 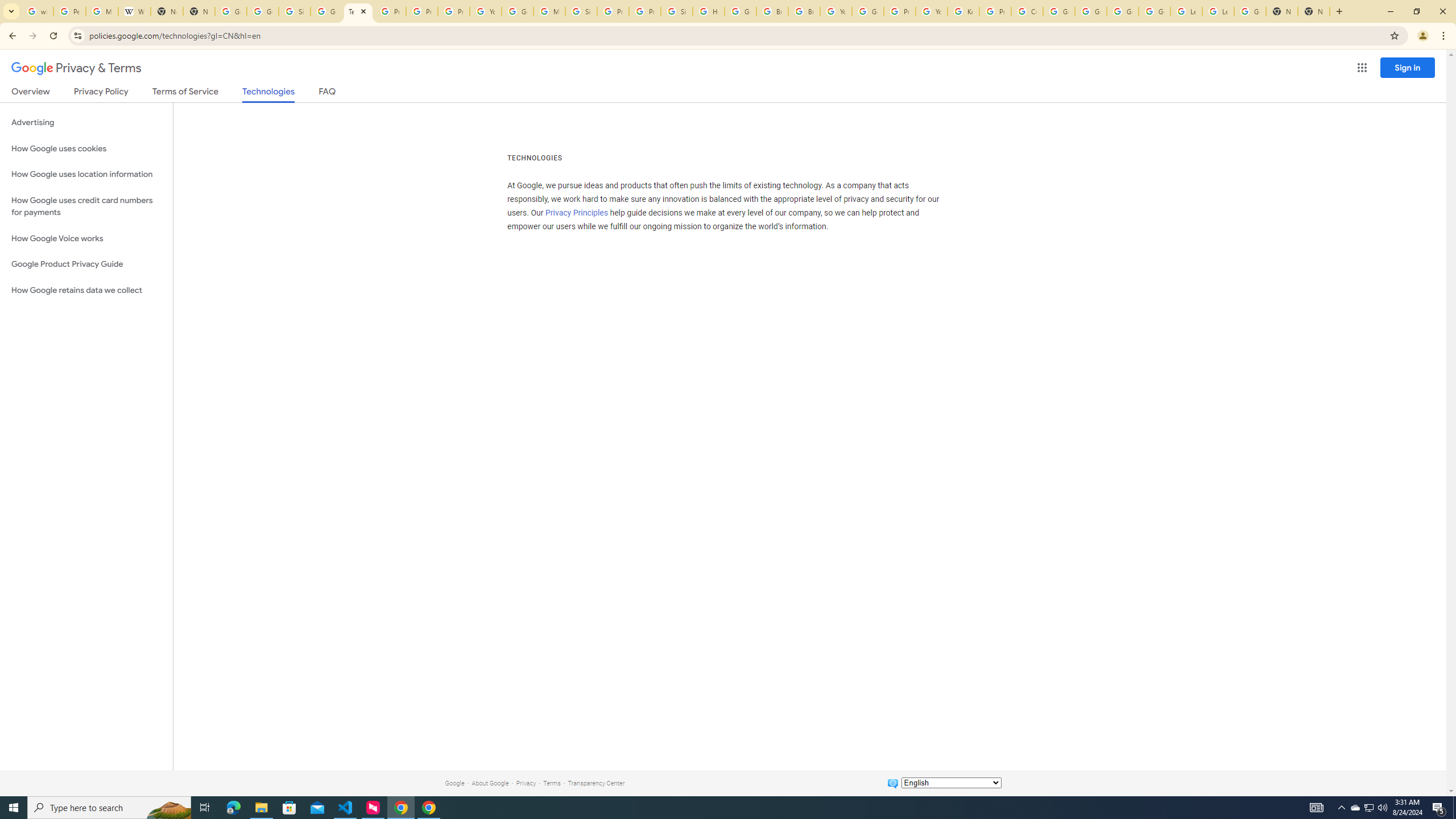 What do you see at coordinates (1059, 11) in the screenshot?
I see `'Google Account Help'` at bounding box center [1059, 11].